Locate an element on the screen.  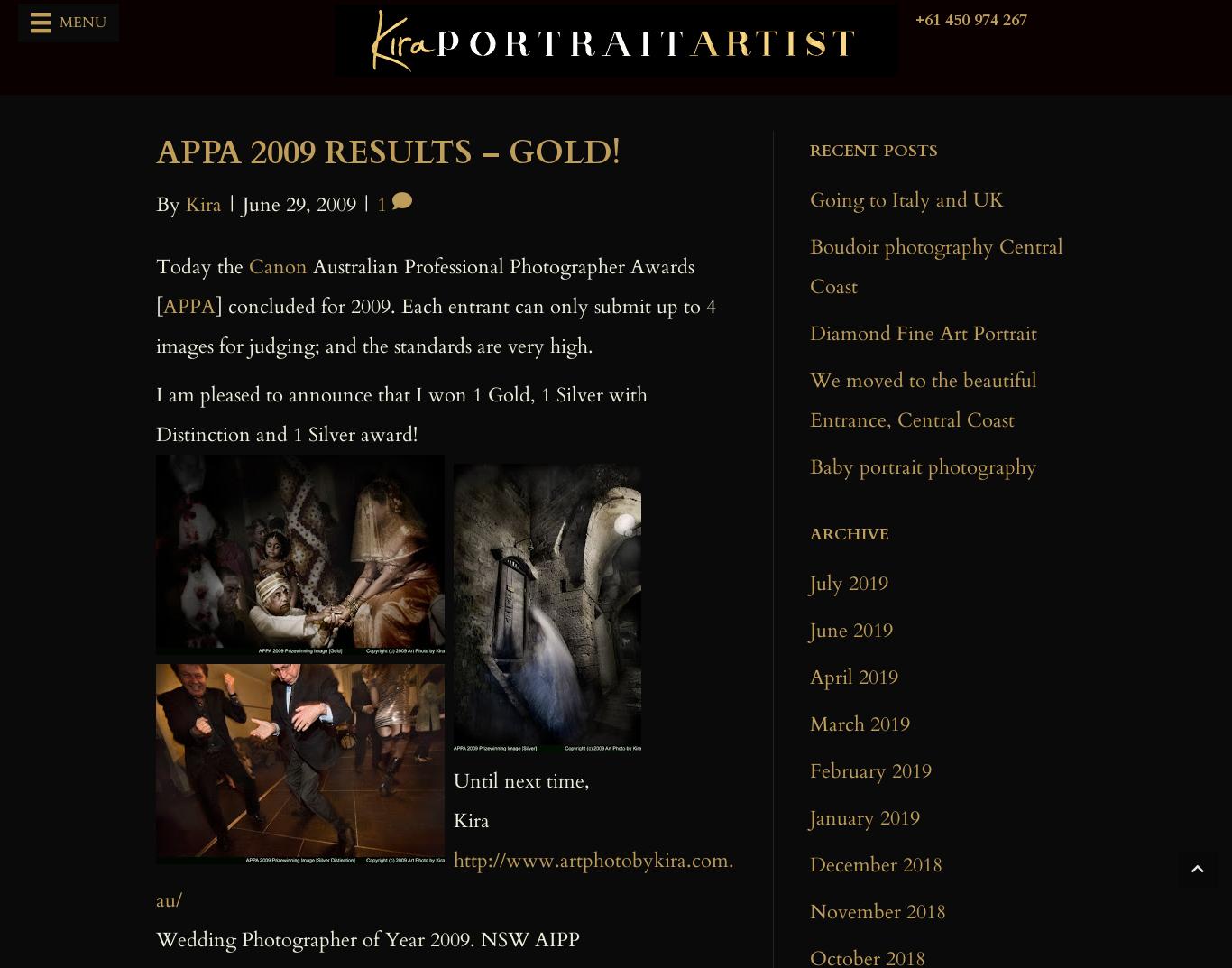
'ARchive' is located at coordinates (849, 534).